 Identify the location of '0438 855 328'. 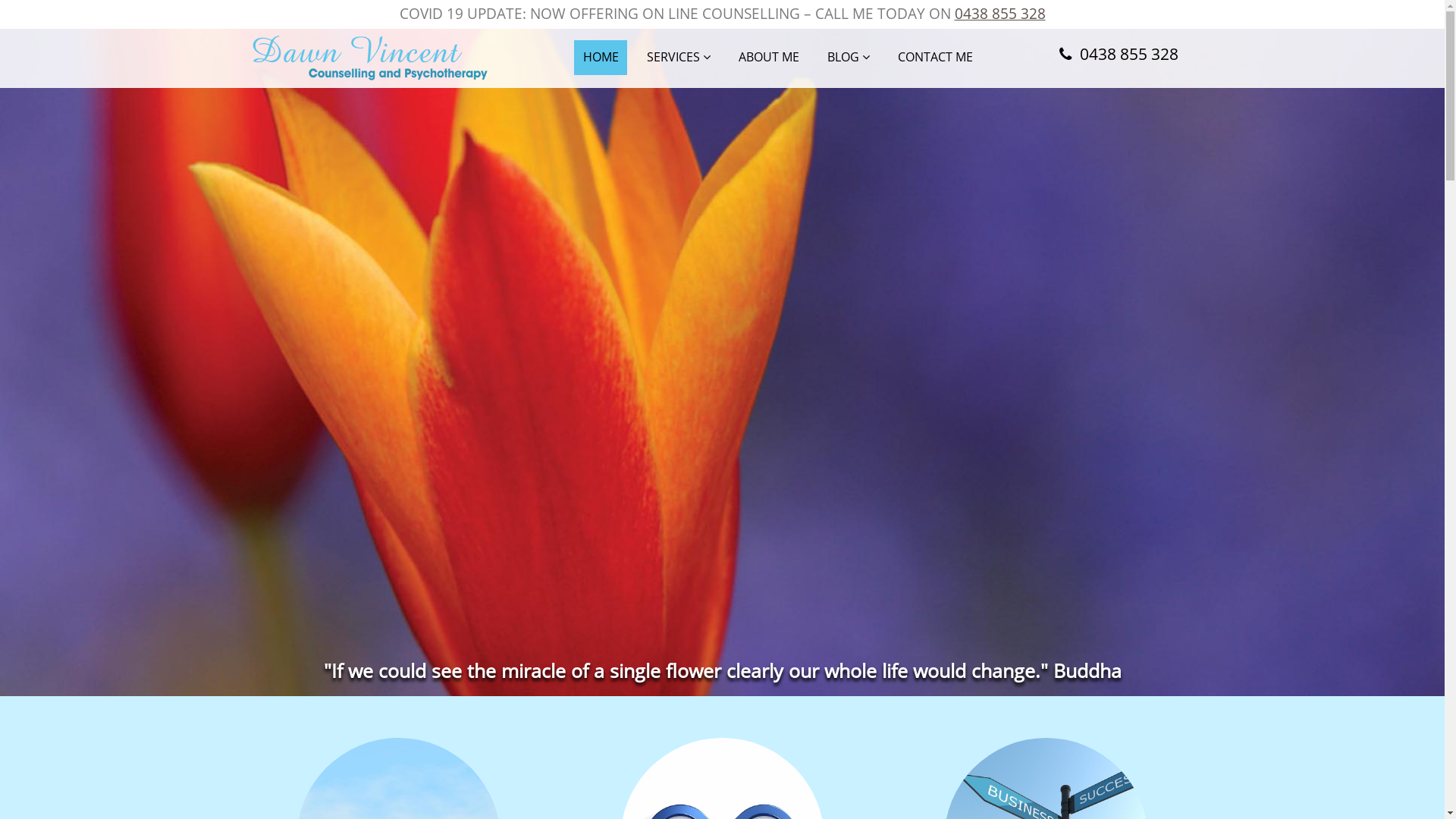
(999, 14).